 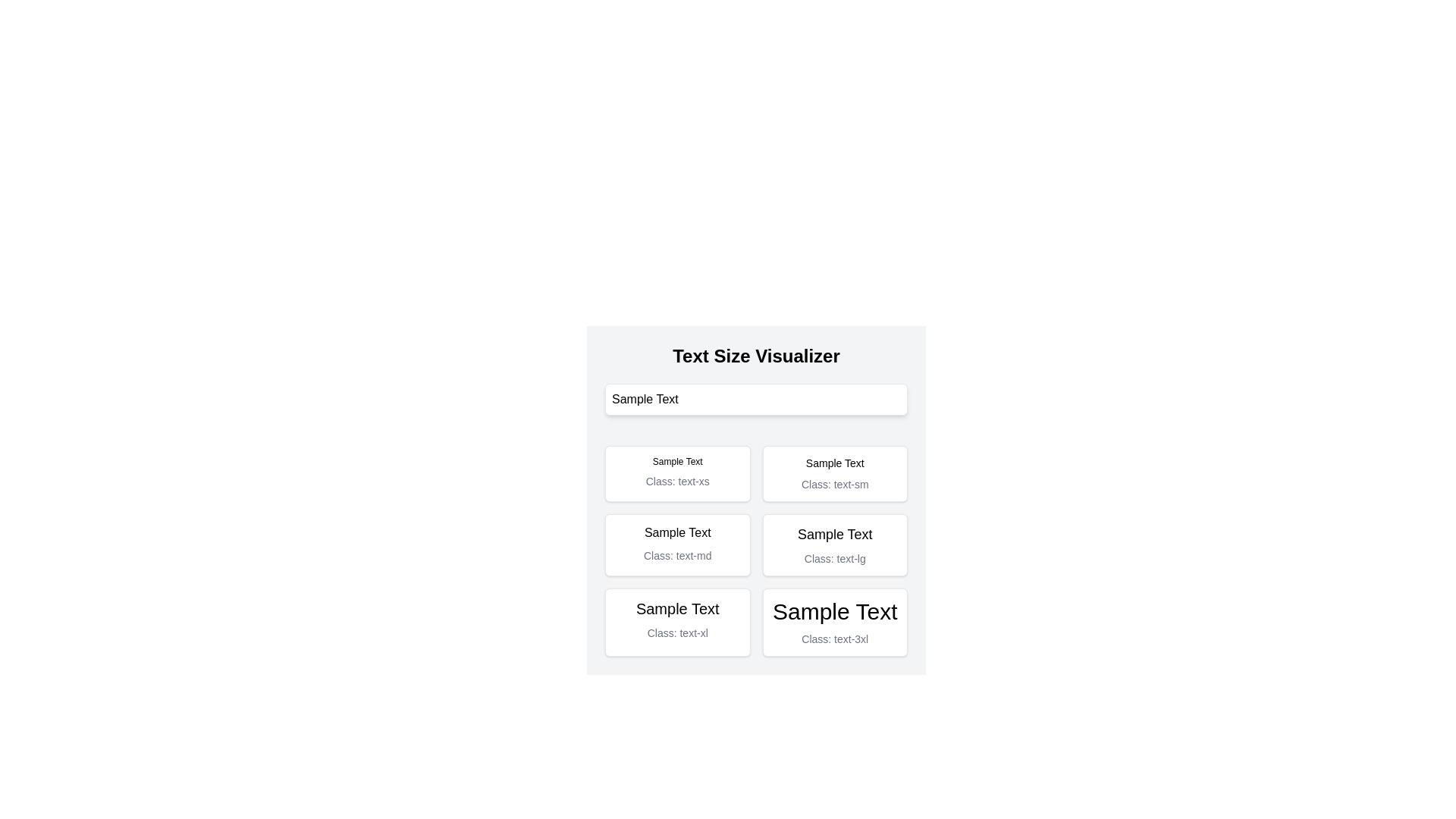 What do you see at coordinates (834, 558) in the screenshot?
I see `static text element displaying 'Class: text-lg' which is styled in gray color and positioned beneath 'Sample Text'` at bounding box center [834, 558].